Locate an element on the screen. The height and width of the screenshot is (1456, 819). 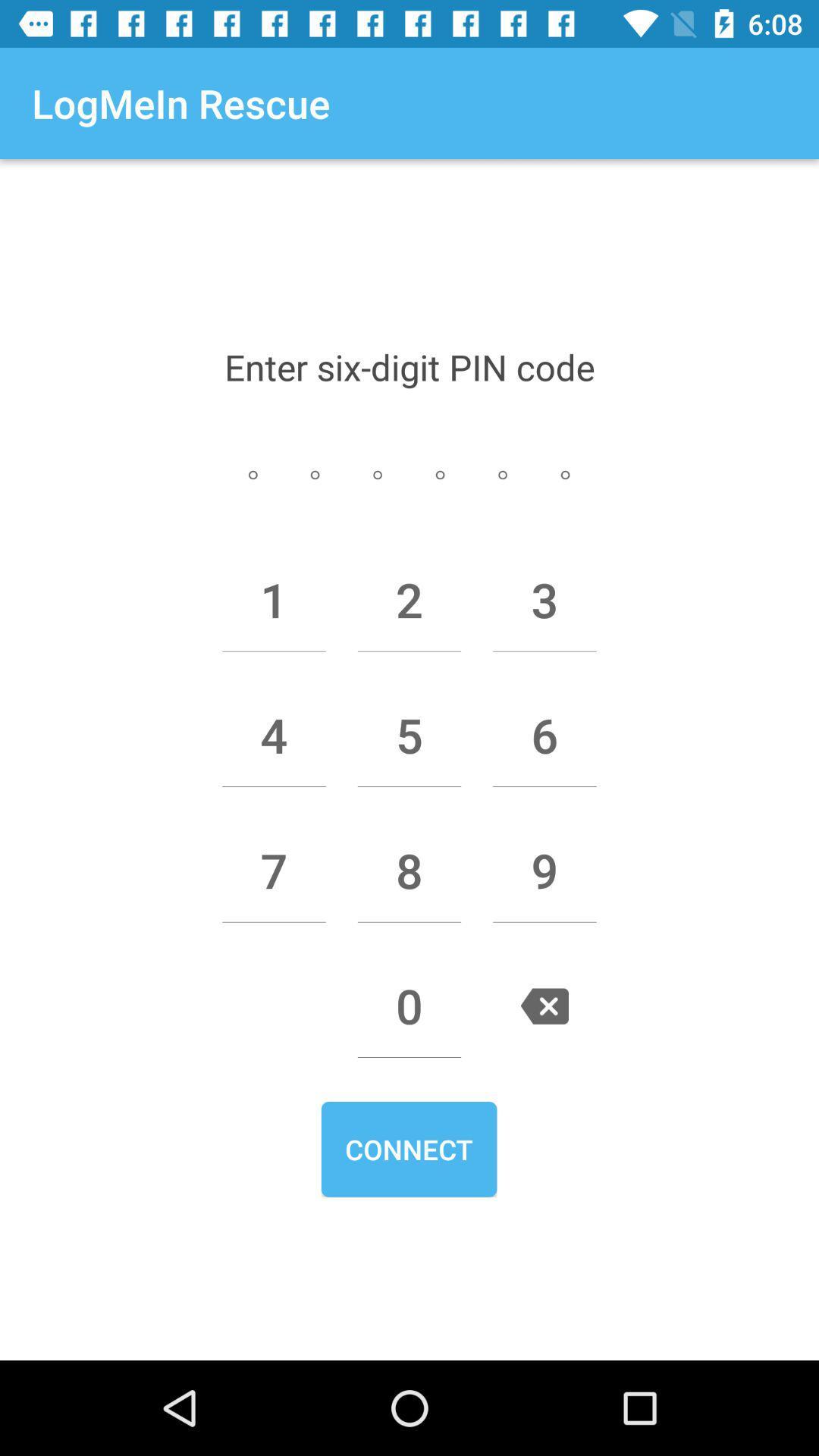
the icon above the 8 icon is located at coordinates (409, 735).